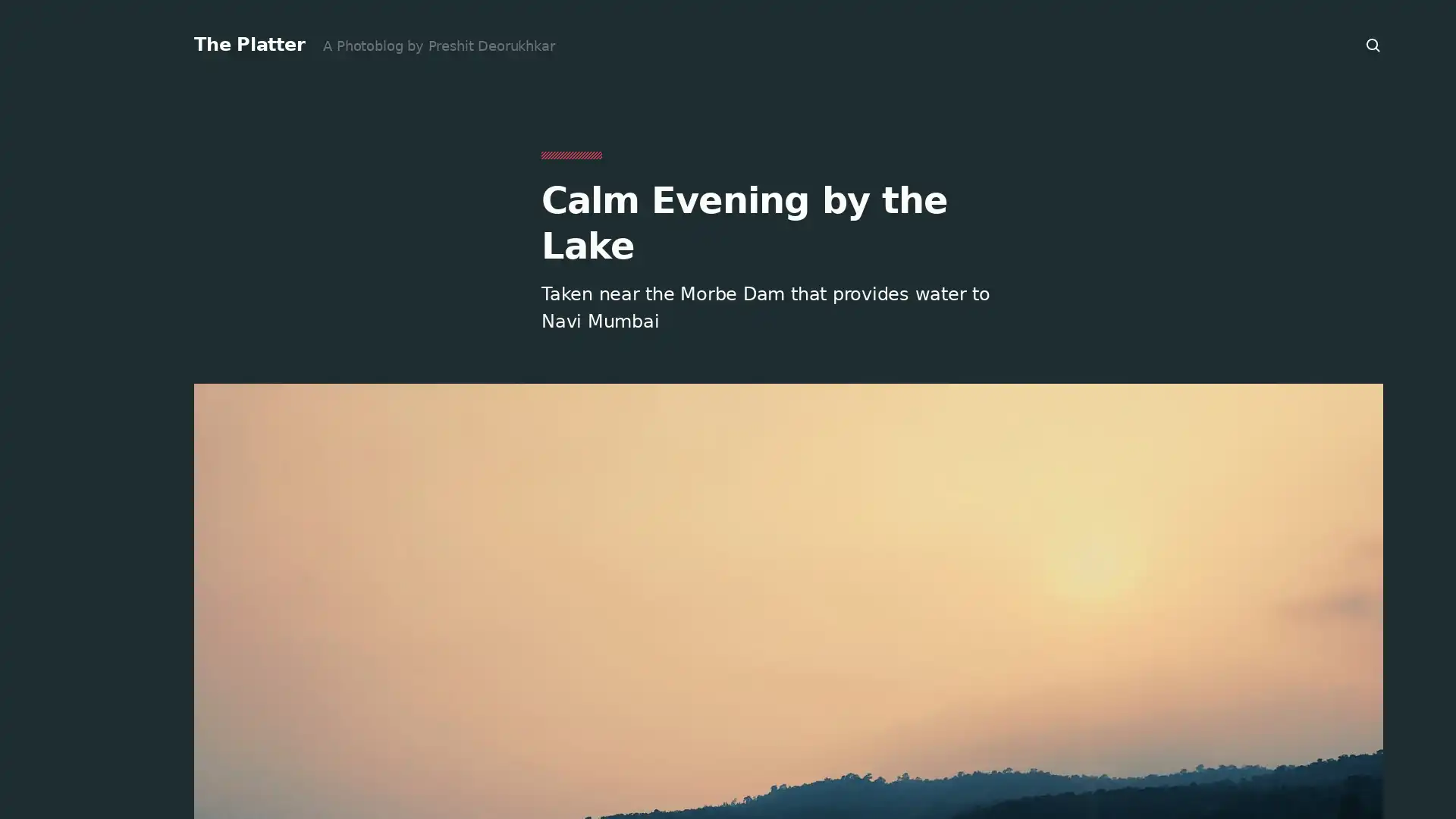 This screenshot has height=819, width=1456. What do you see at coordinates (1373, 45) in the screenshot?
I see `Search` at bounding box center [1373, 45].